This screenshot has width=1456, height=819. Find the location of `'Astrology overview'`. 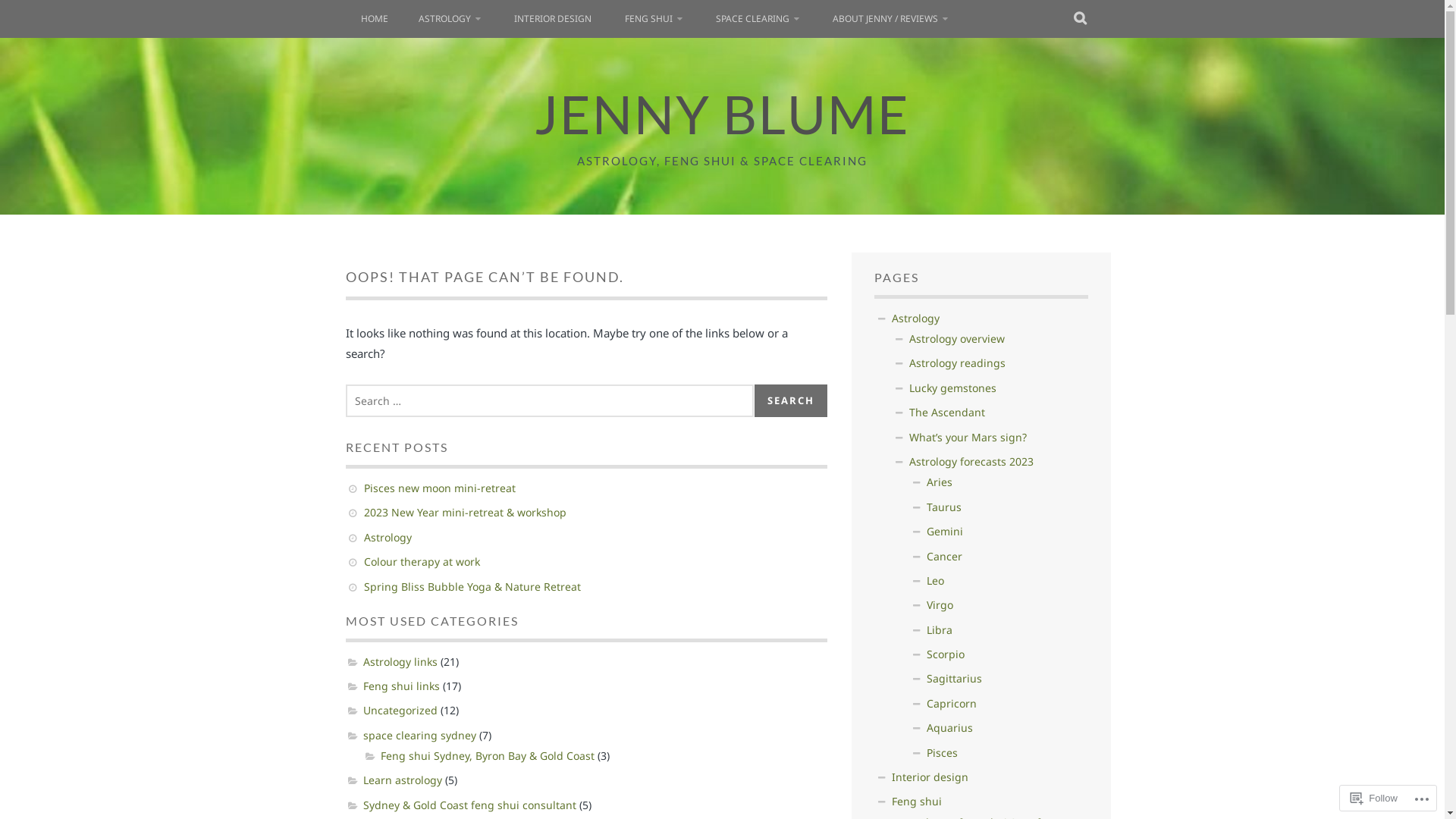

'Astrology overview' is located at coordinates (956, 337).